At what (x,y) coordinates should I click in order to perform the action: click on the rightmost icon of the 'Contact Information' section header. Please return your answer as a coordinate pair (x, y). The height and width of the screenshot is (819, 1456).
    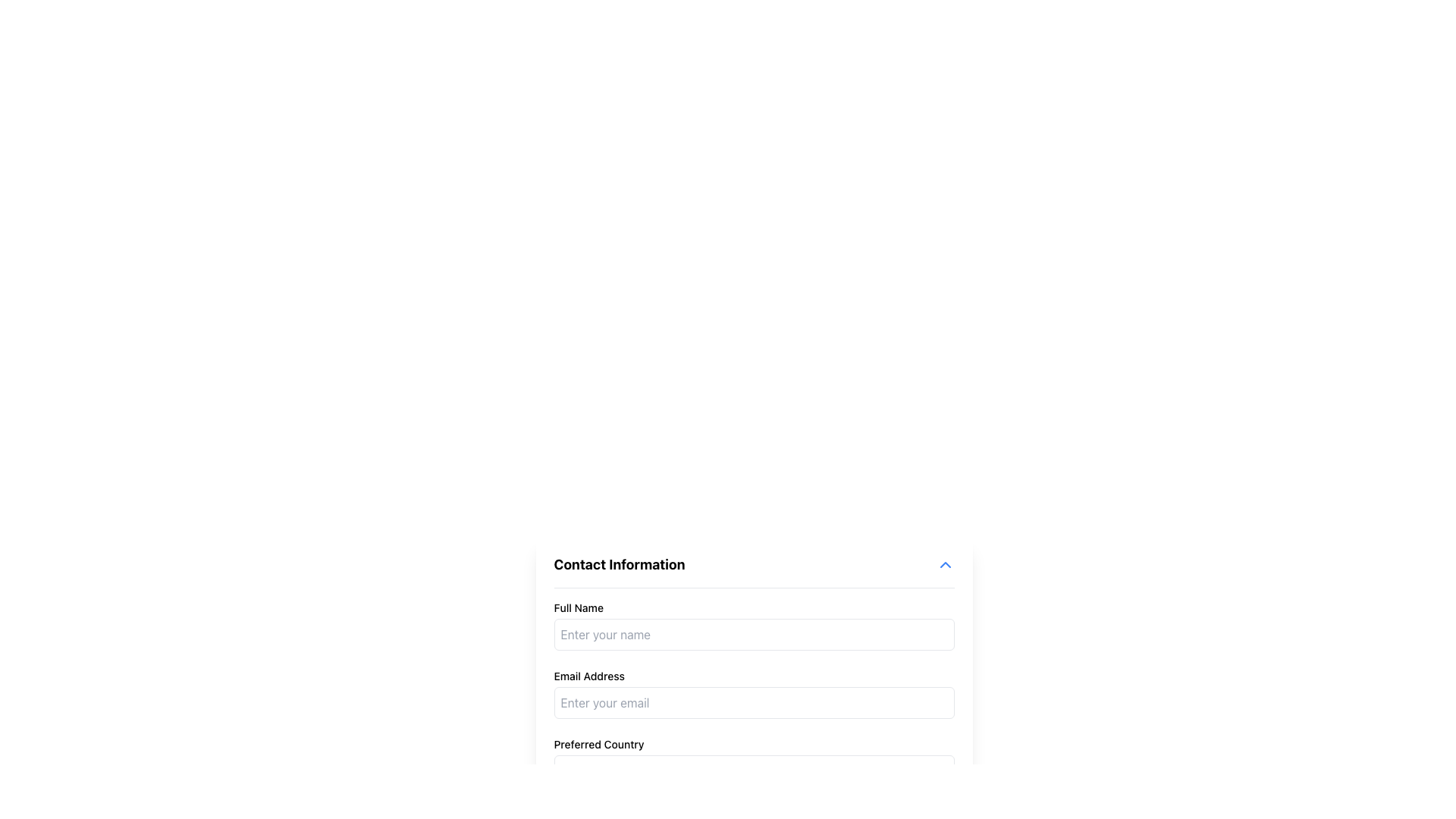
    Looking at the image, I should click on (944, 564).